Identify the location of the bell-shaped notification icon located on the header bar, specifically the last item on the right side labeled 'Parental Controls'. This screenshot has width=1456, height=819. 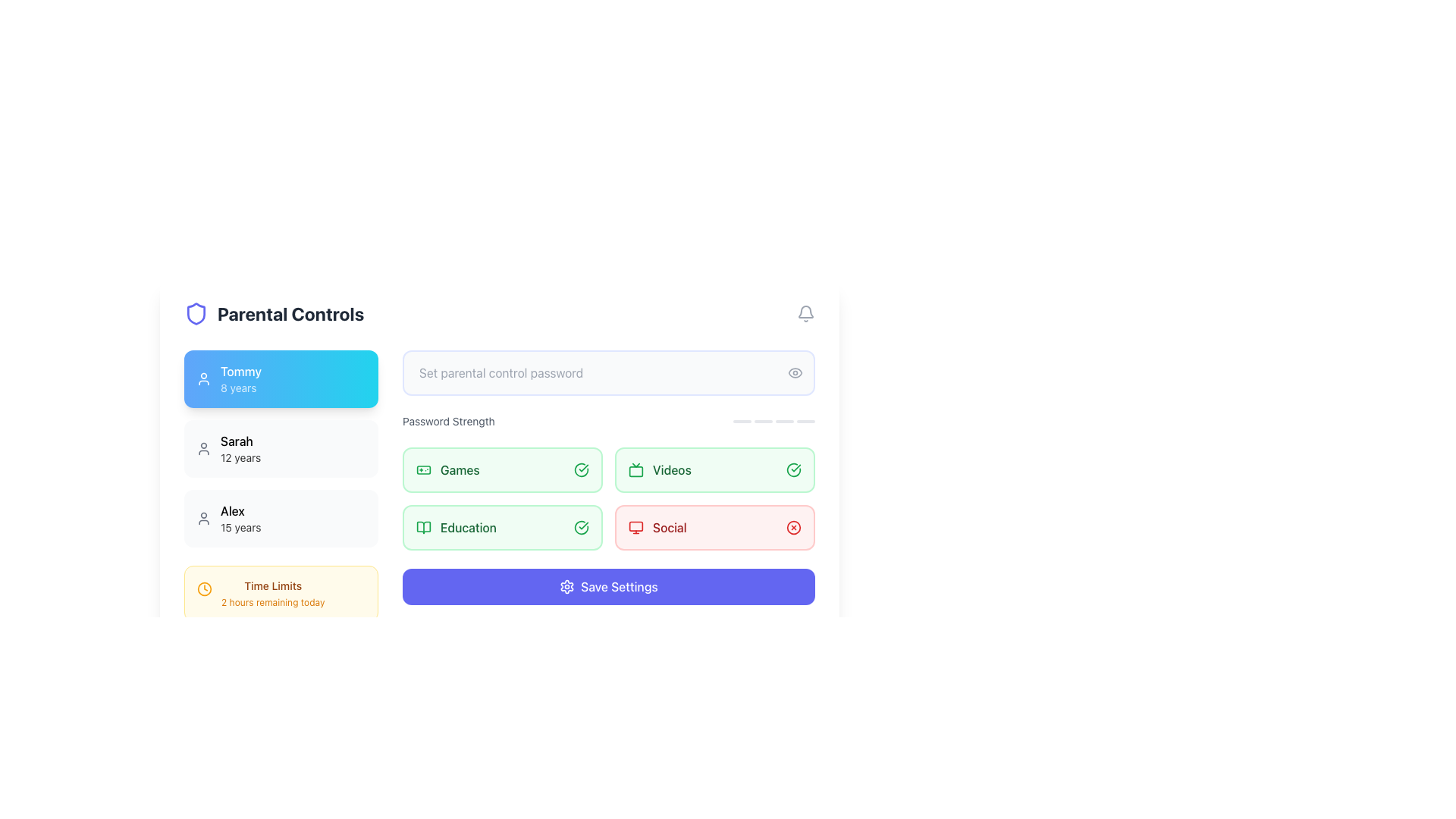
(805, 312).